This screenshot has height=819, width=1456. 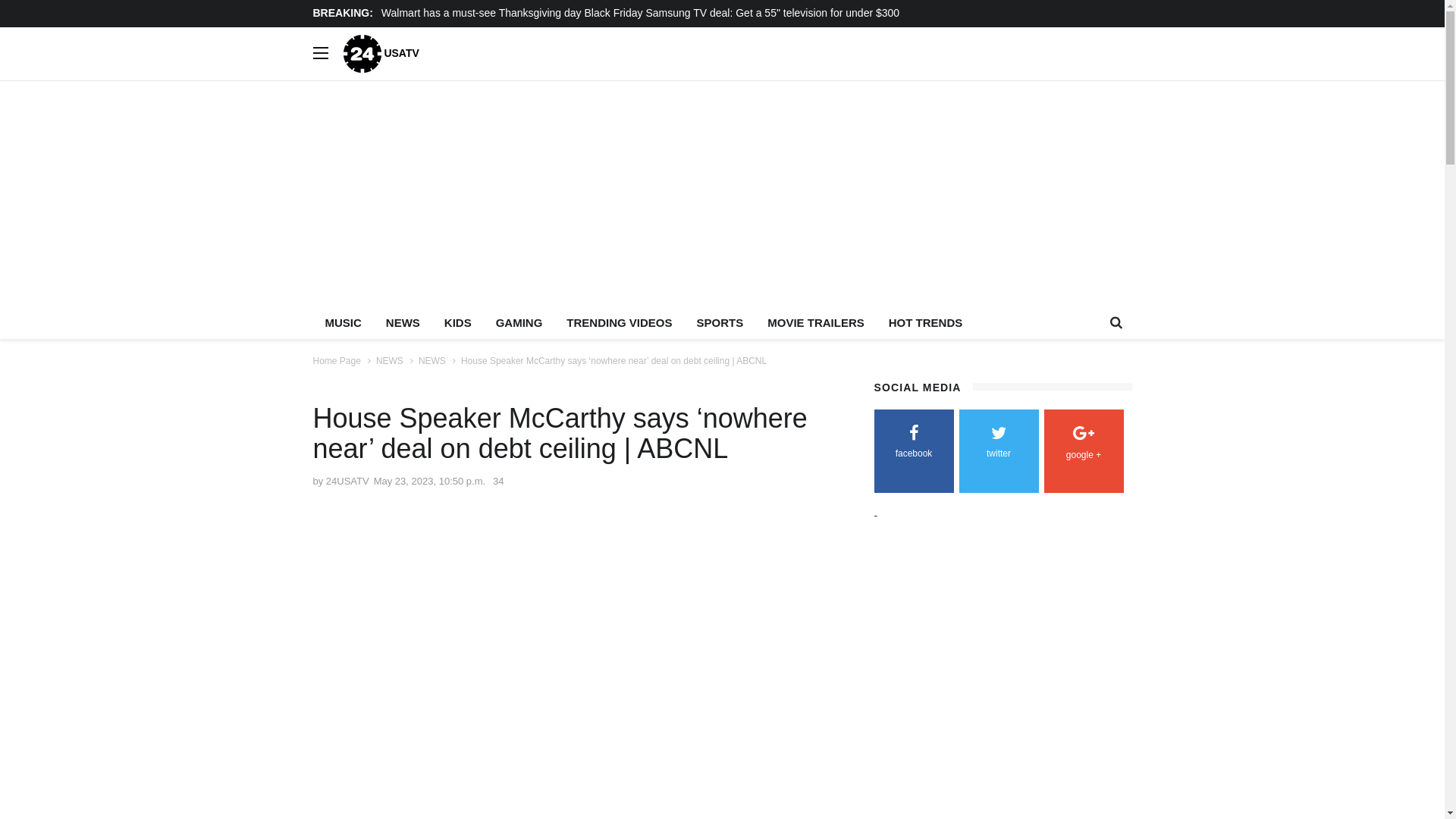 What do you see at coordinates (619, 322) in the screenshot?
I see `'TRENDING VIDEOS'` at bounding box center [619, 322].